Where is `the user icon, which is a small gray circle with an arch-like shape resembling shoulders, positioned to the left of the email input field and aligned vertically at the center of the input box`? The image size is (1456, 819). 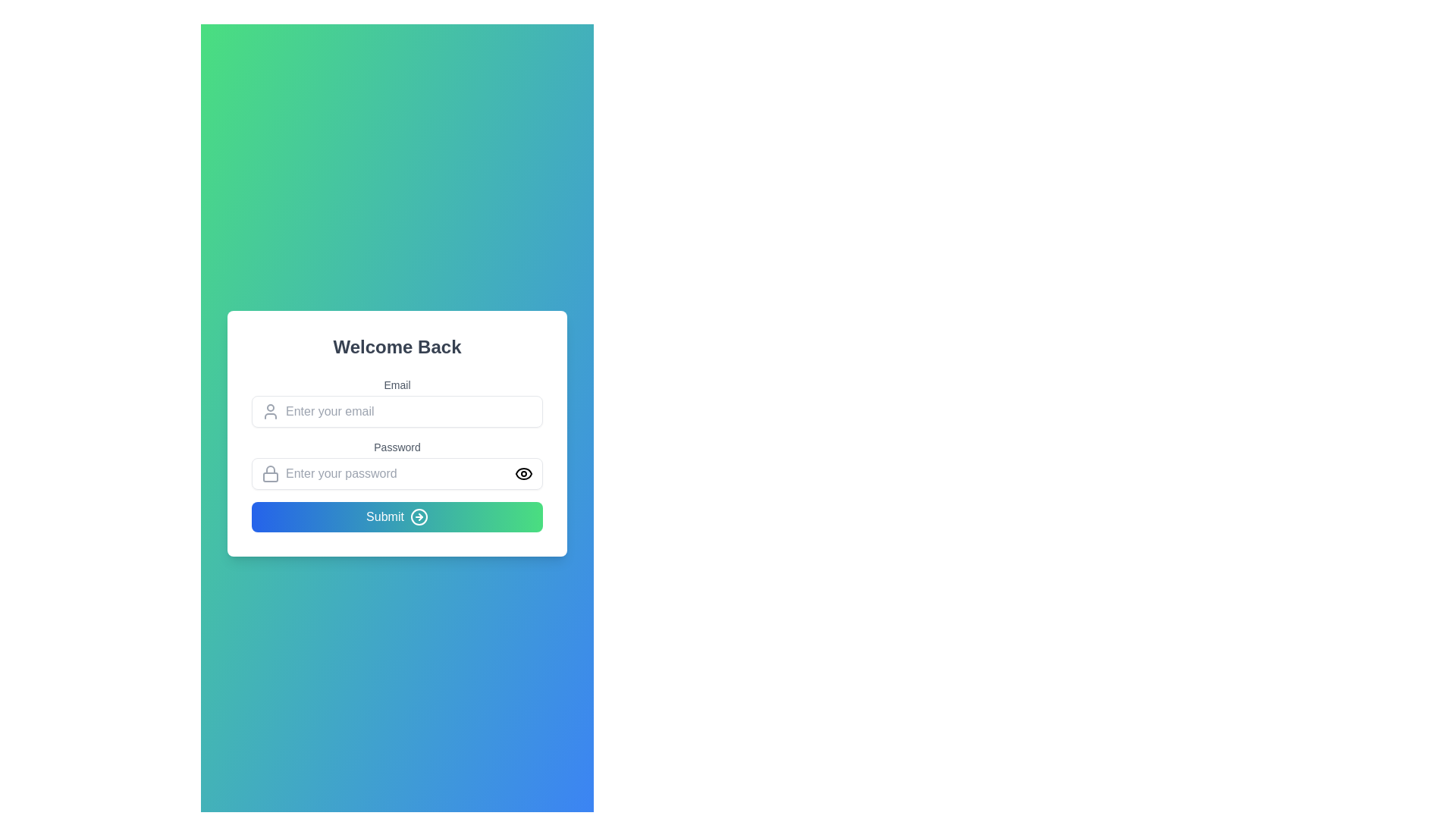 the user icon, which is a small gray circle with an arch-like shape resembling shoulders, positioned to the left of the email input field and aligned vertically at the center of the input box is located at coordinates (270, 412).